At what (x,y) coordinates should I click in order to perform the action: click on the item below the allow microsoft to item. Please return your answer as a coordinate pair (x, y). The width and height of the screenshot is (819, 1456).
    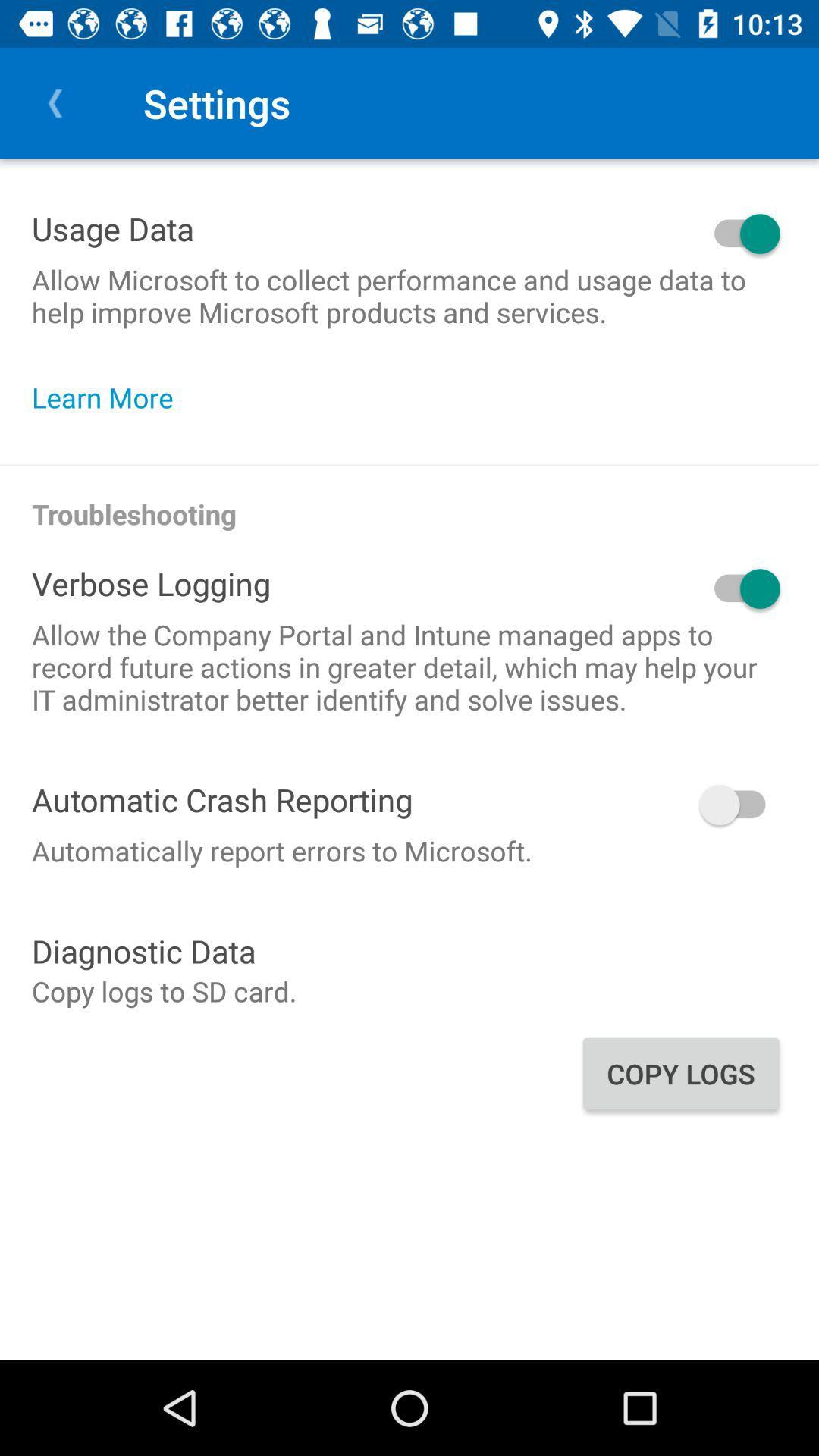
    Looking at the image, I should click on (109, 397).